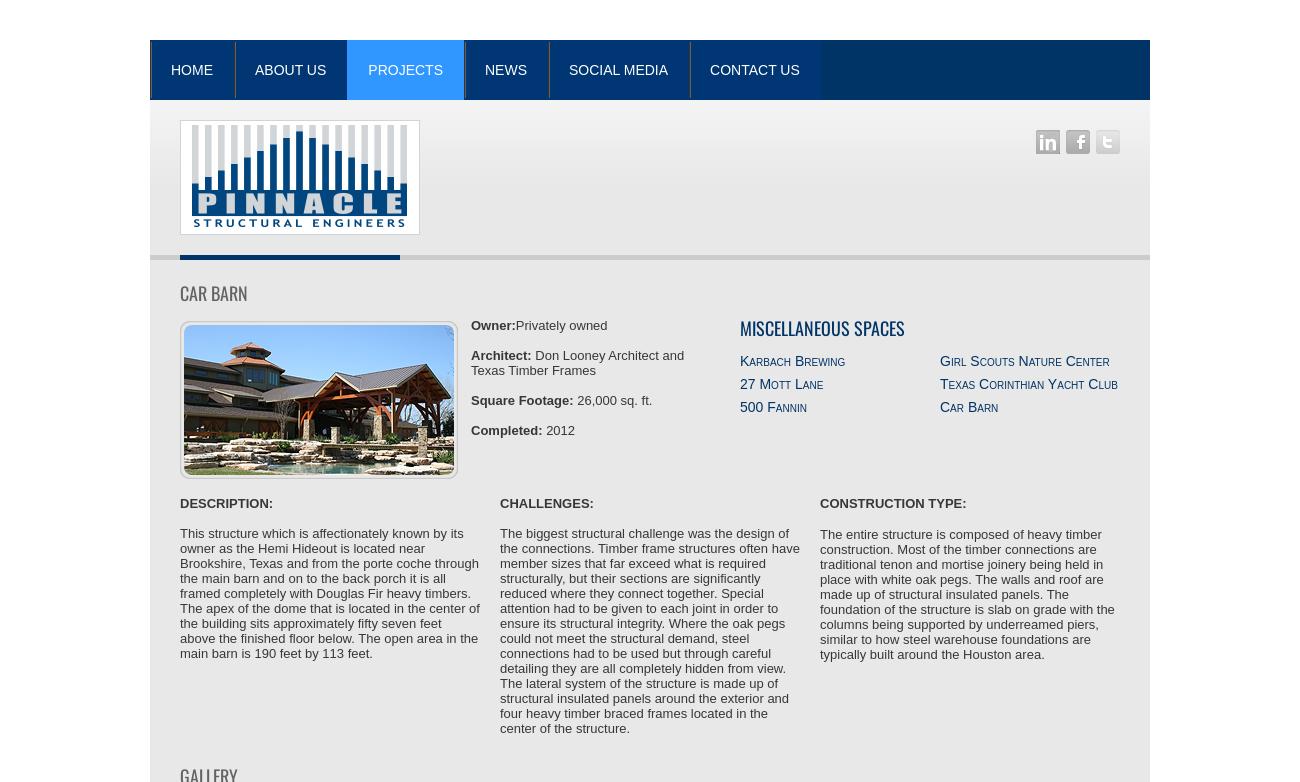 The height and width of the screenshot is (782, 1300). I want to click on 'Don Looney Architect and Texas Timber Frames', so click(576, 362).